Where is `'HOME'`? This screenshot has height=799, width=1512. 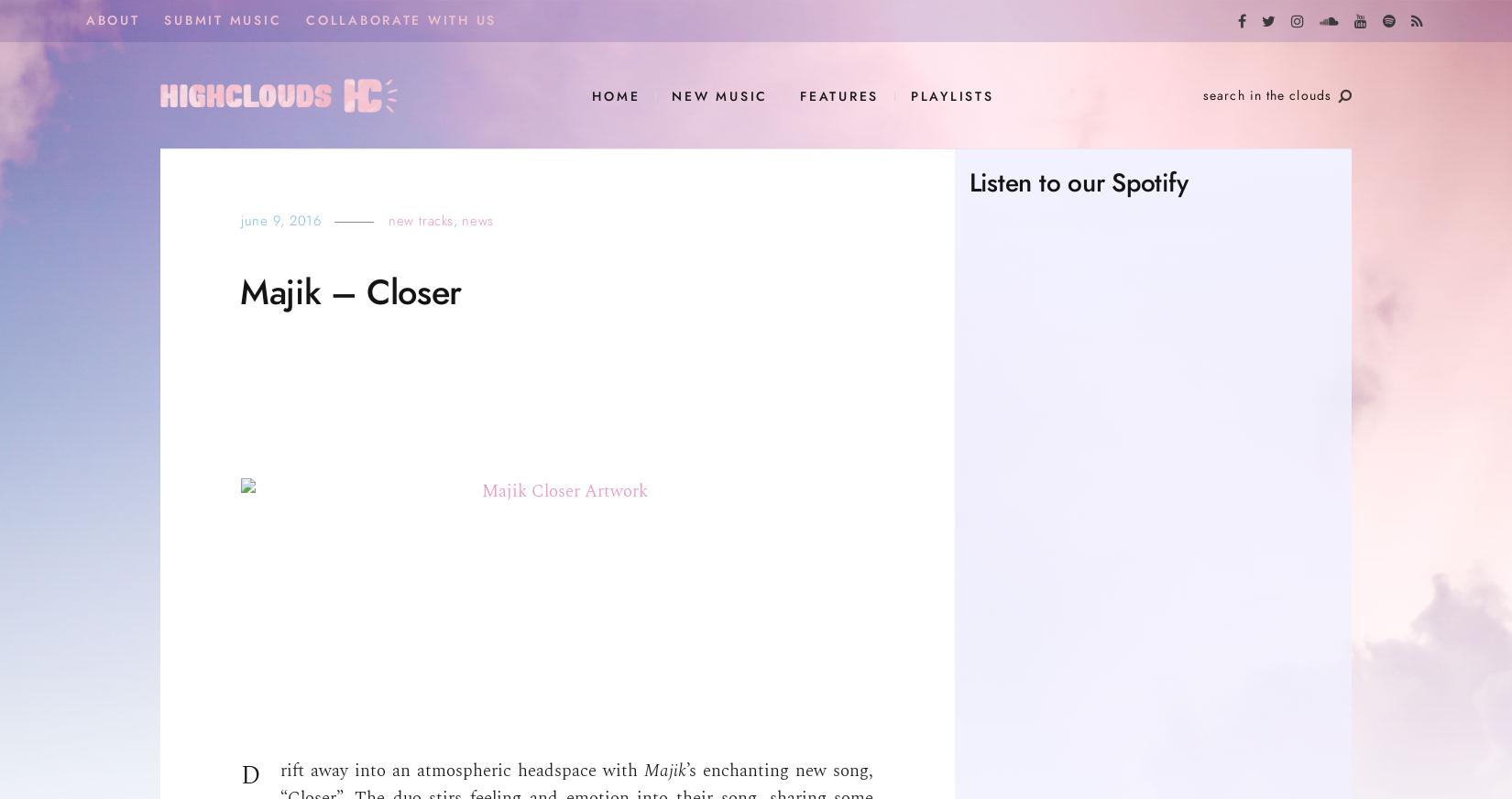
'HOME' is located at coordinates (615, 94).